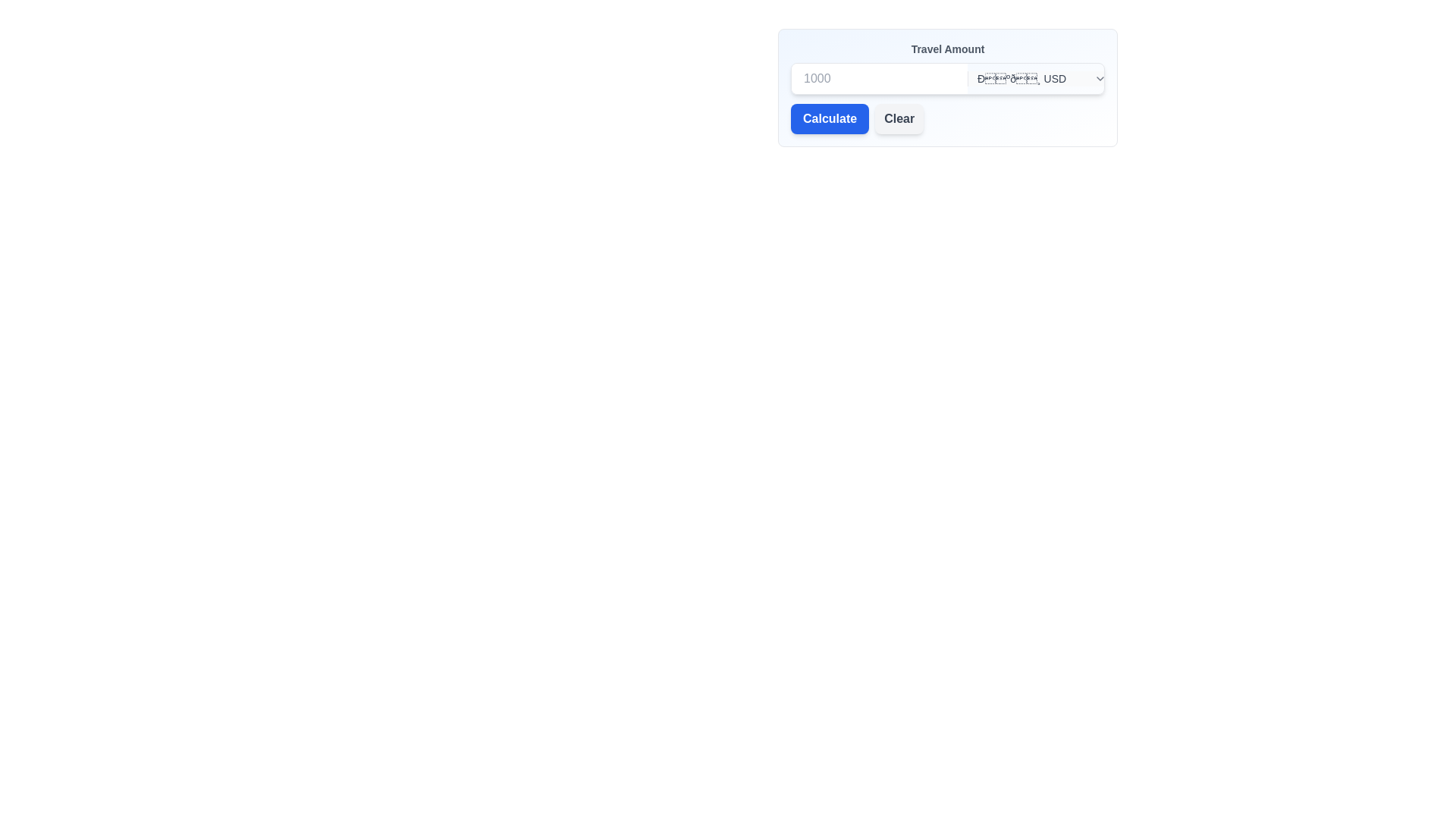  Describe the element at coordinates (880, 79) in the screenshot. I see `the numerical input field that accepts values and displays a placeholder of '1000' to check for any potential UI feedback` at that location.